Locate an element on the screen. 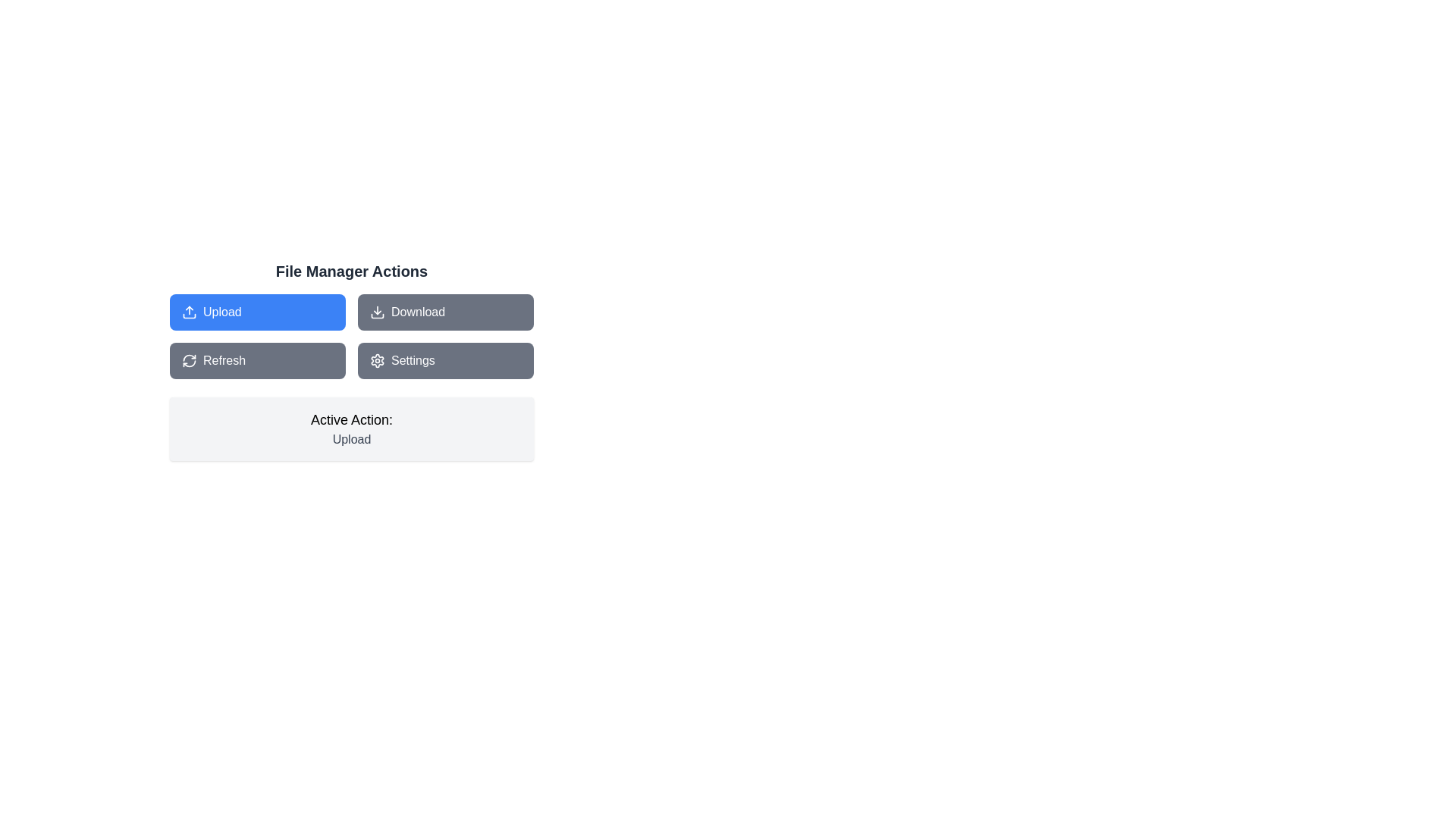 This screenshot has width=1456, height=819. the settings icon located in the lower-right action group is located at coordinates (378, 360).